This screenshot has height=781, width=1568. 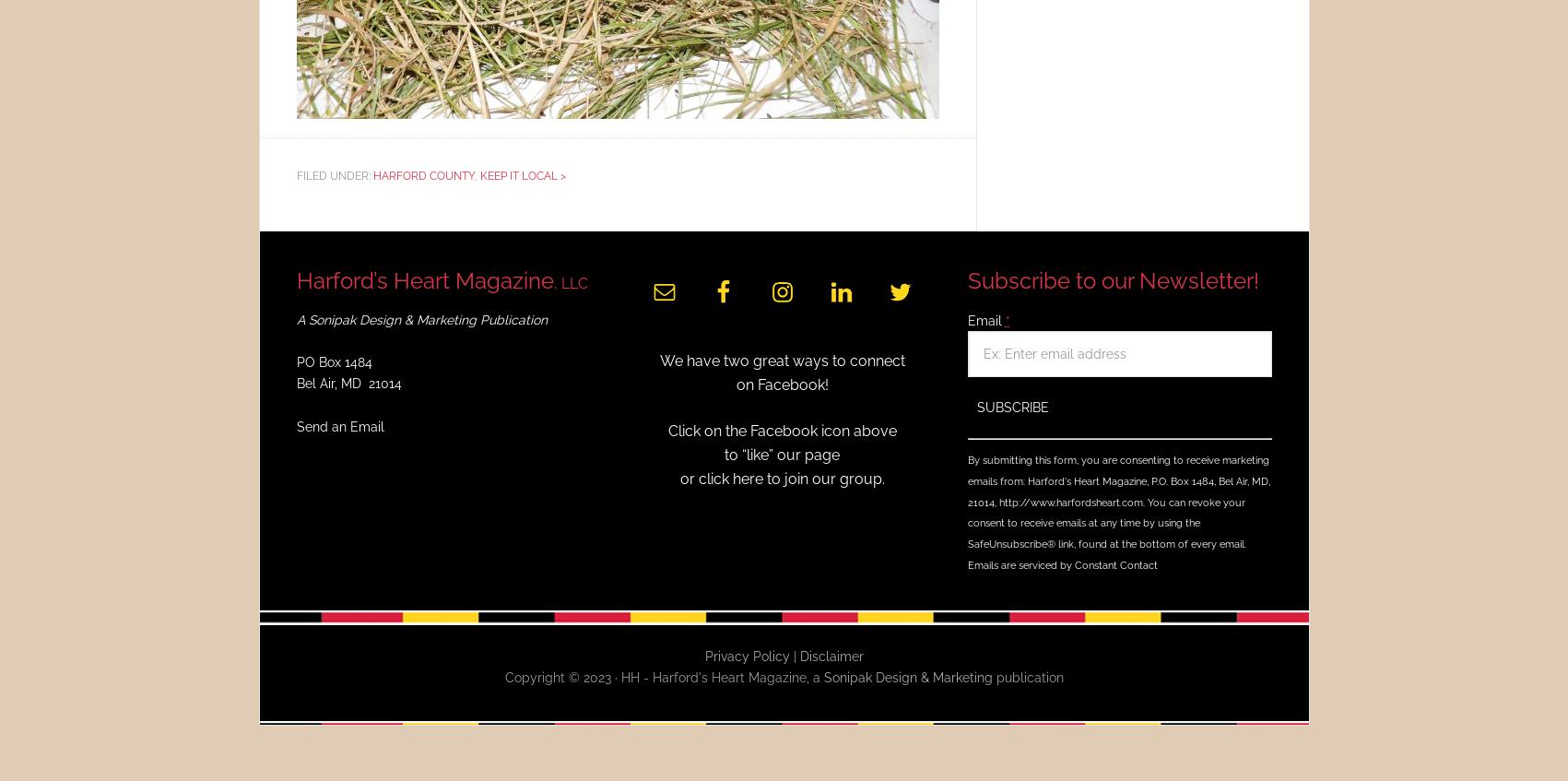 I want to click on 'on Facebook!', so click(x=735, y=383).